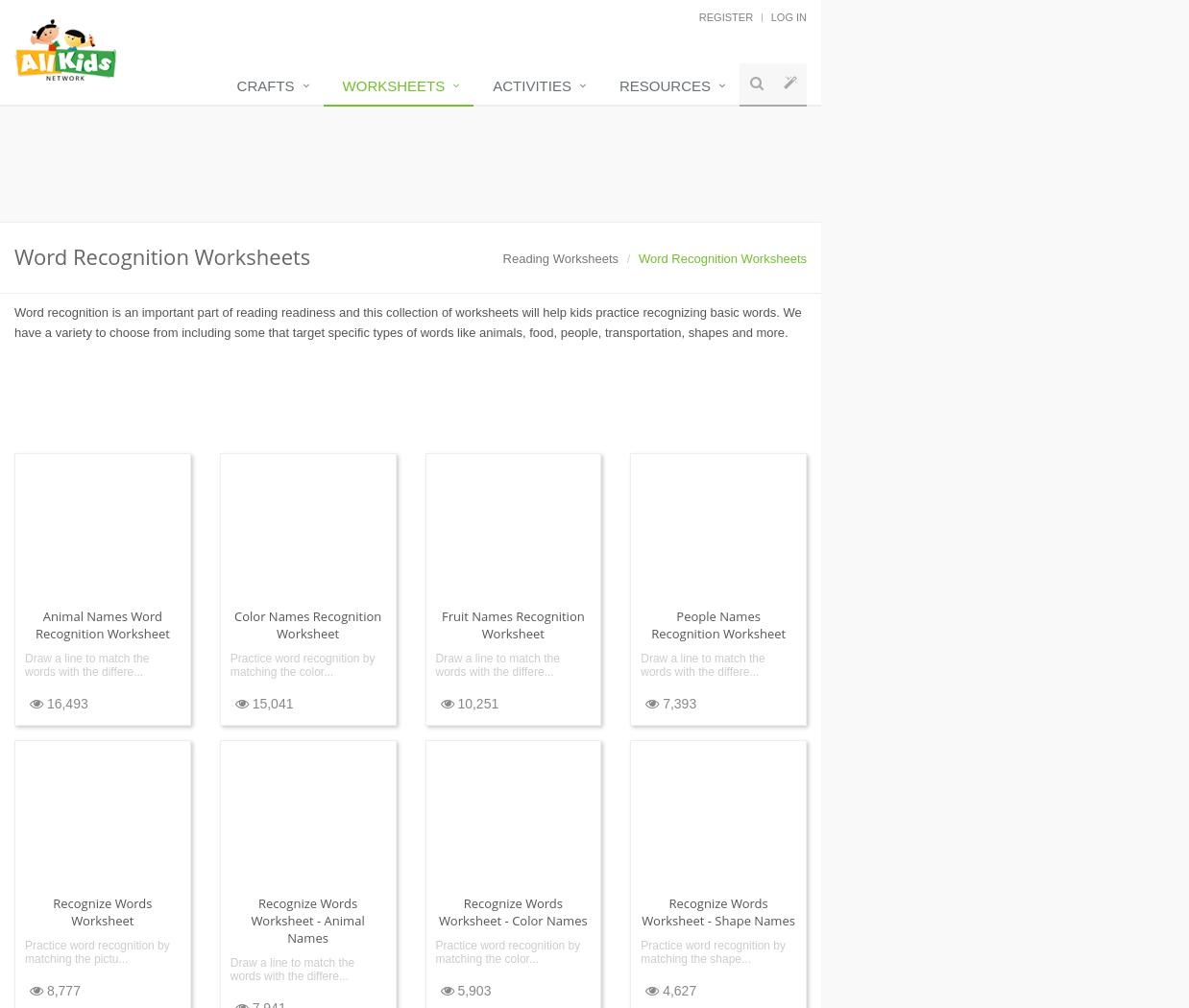 Image resolution: width=1189 pixels, height=1008 pixels. I want to click on 'REGISTER', so click(725, 16).